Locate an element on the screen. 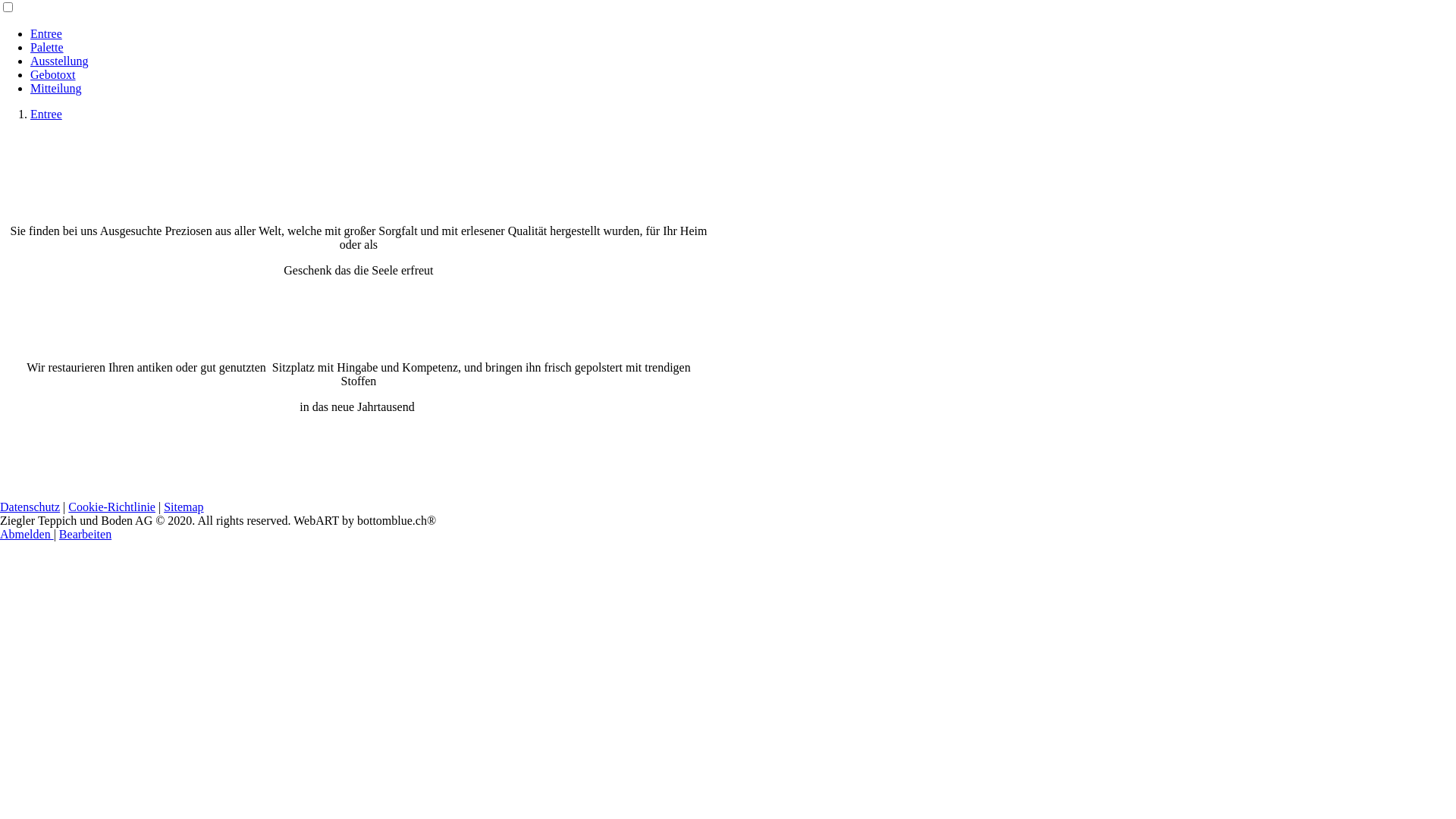 Image resolution: width=1456 pixels, height=819 pixels. 'Ausstellung' is located at coordinates (58, 60).